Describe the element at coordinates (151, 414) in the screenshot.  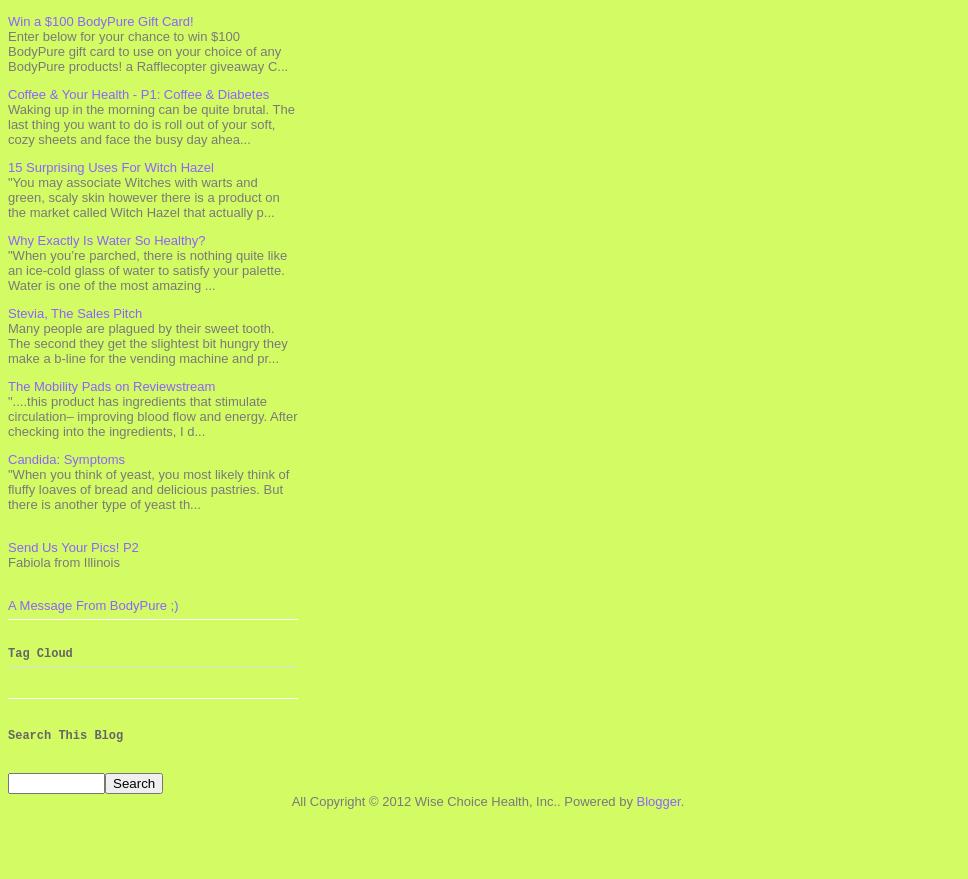
I see `'"....this product has ingredients that stimulate circulation– improving blood flow and energy. After checking into the ingredients, I d...'` at that location.